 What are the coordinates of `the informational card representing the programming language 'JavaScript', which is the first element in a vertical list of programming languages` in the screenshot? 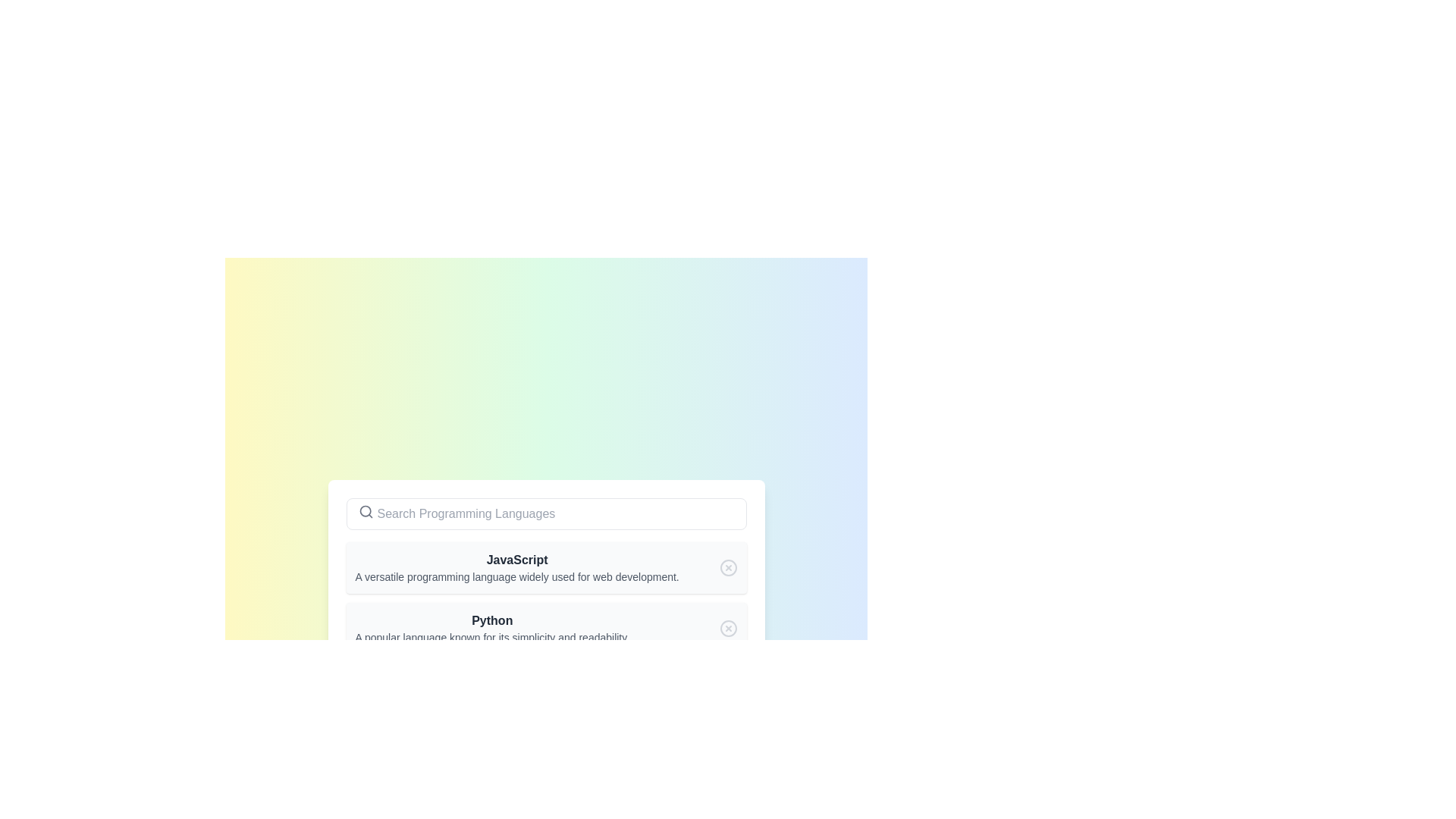 It's located at (546, 567).